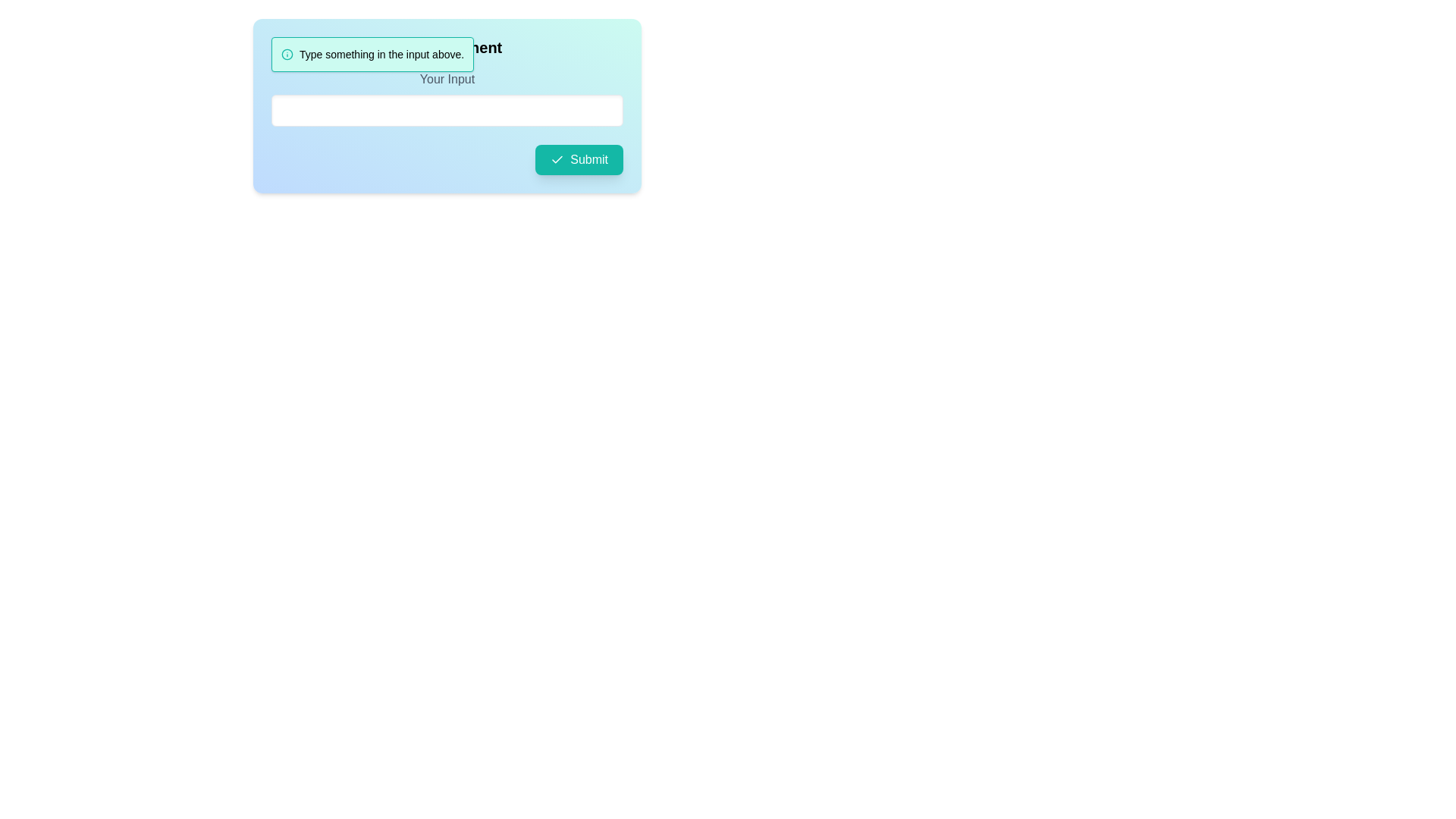 This screenshot has width=1456, height=819. What do you see at coordinates (280, 46) in the screenshot?
I see `the gray gear-shaped icon, which represents the settings symbol, located in the upper-left corner of the 'Interactive Form Component' text box` at bounding box center [280, 46].